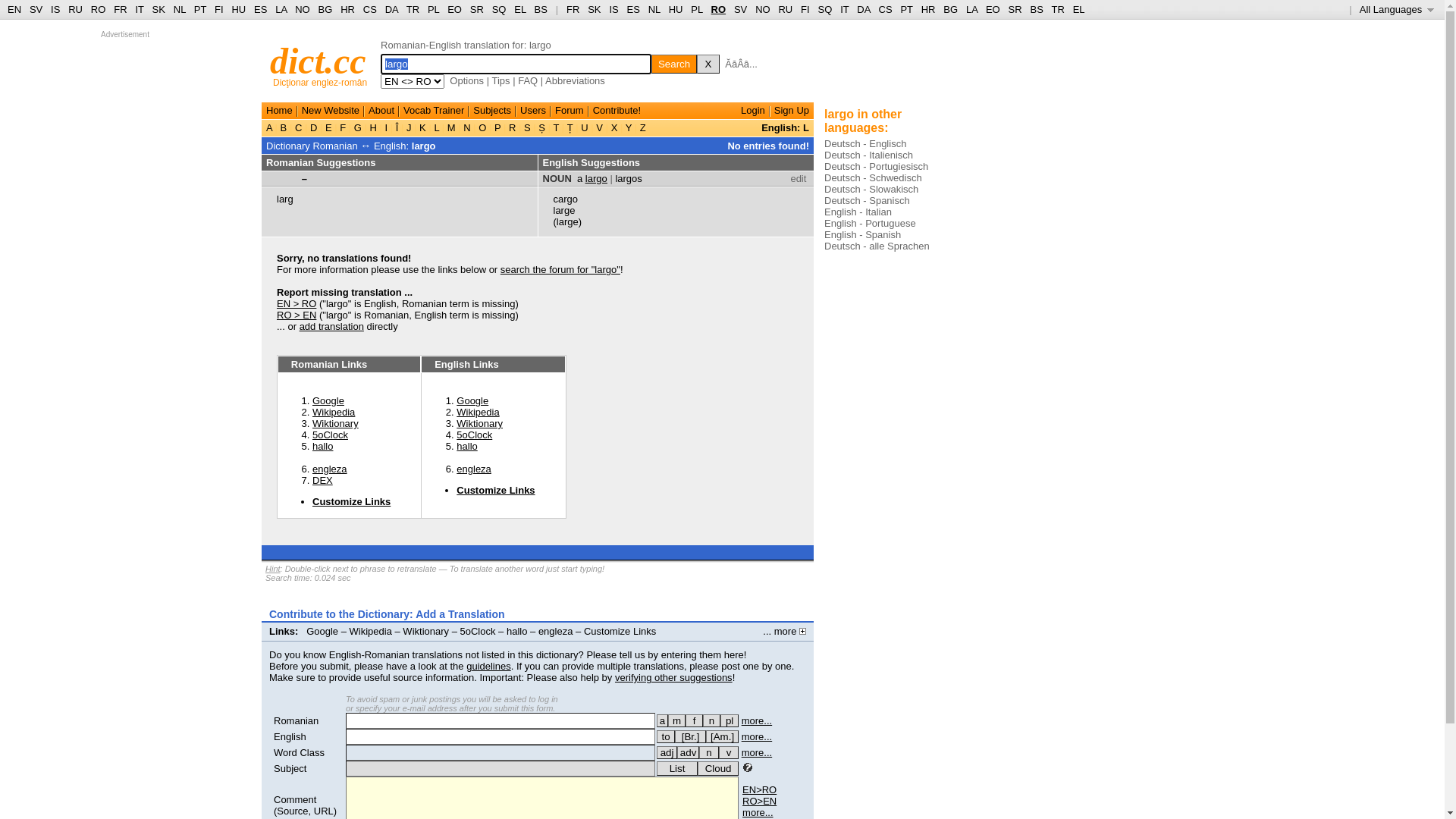  I want to click on 'largos', so click(628, 177).